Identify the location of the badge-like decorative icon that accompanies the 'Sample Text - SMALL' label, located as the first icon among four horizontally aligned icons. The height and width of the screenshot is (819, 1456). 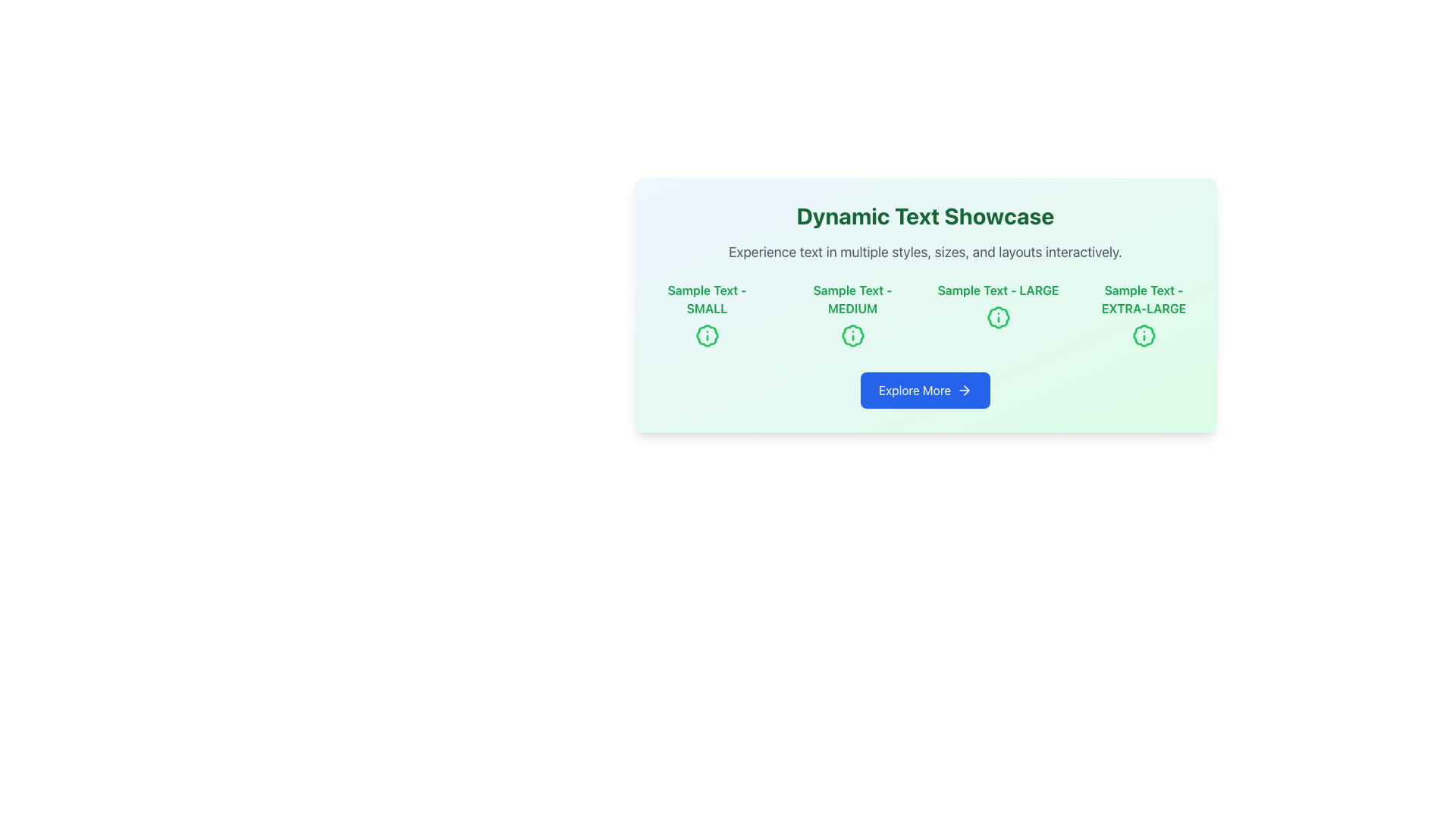
(706, 335).